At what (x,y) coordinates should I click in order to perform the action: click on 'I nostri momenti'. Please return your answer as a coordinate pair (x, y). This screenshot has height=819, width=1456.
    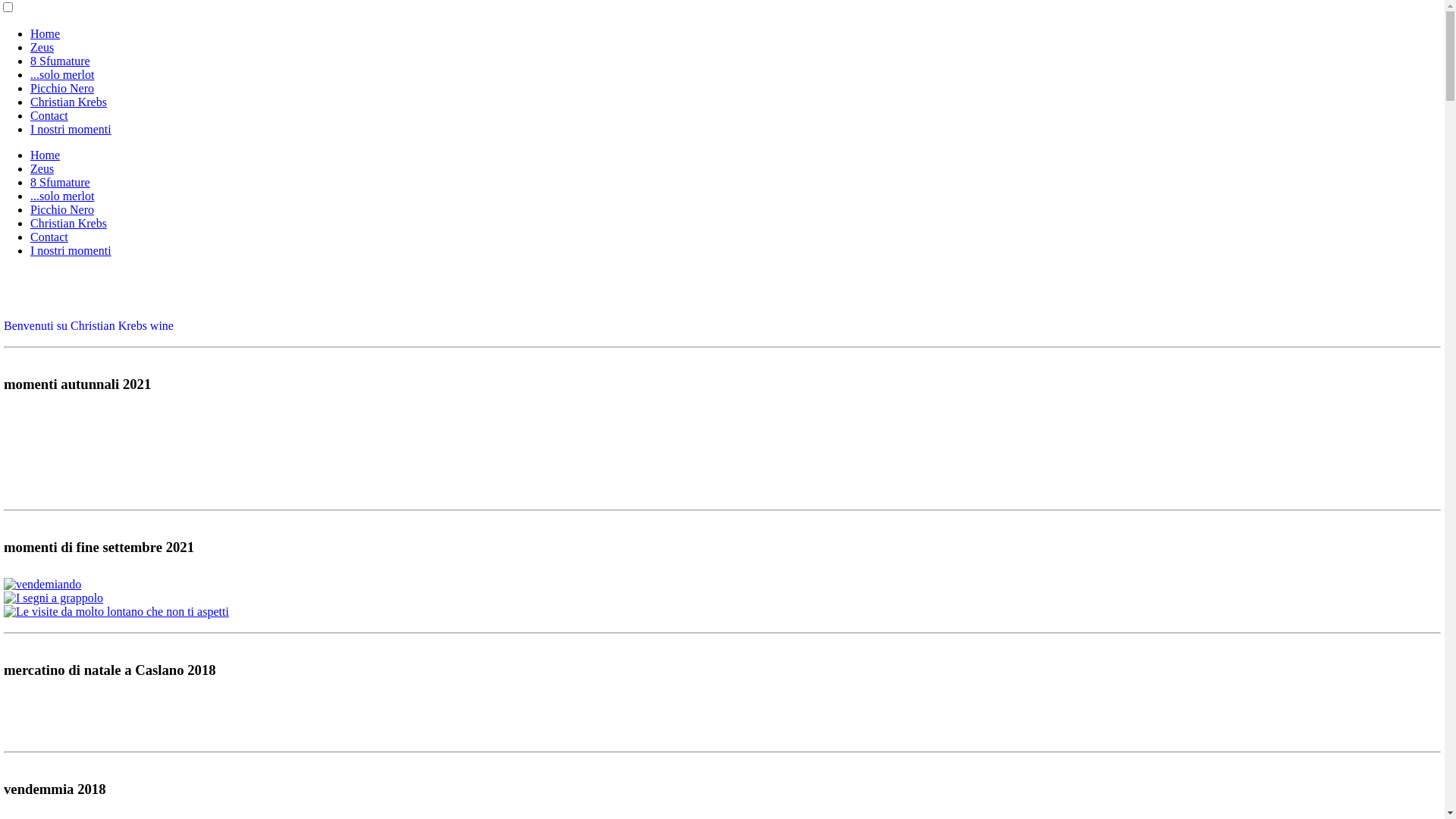
    Looking at the image, I should click on (70, 128).